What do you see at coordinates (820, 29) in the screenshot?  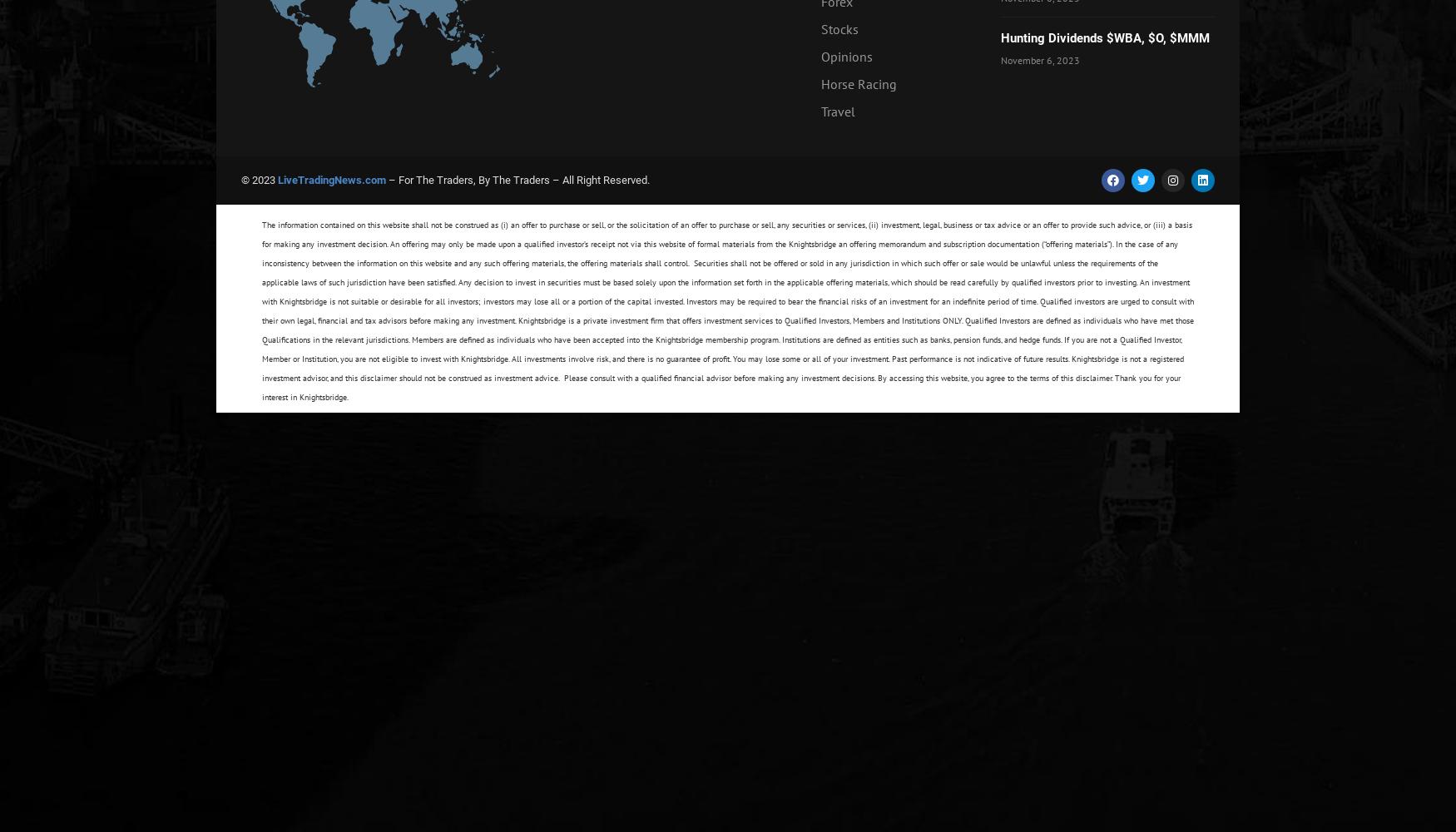 I see `'Stocks'` at bounding box center [820, 29].